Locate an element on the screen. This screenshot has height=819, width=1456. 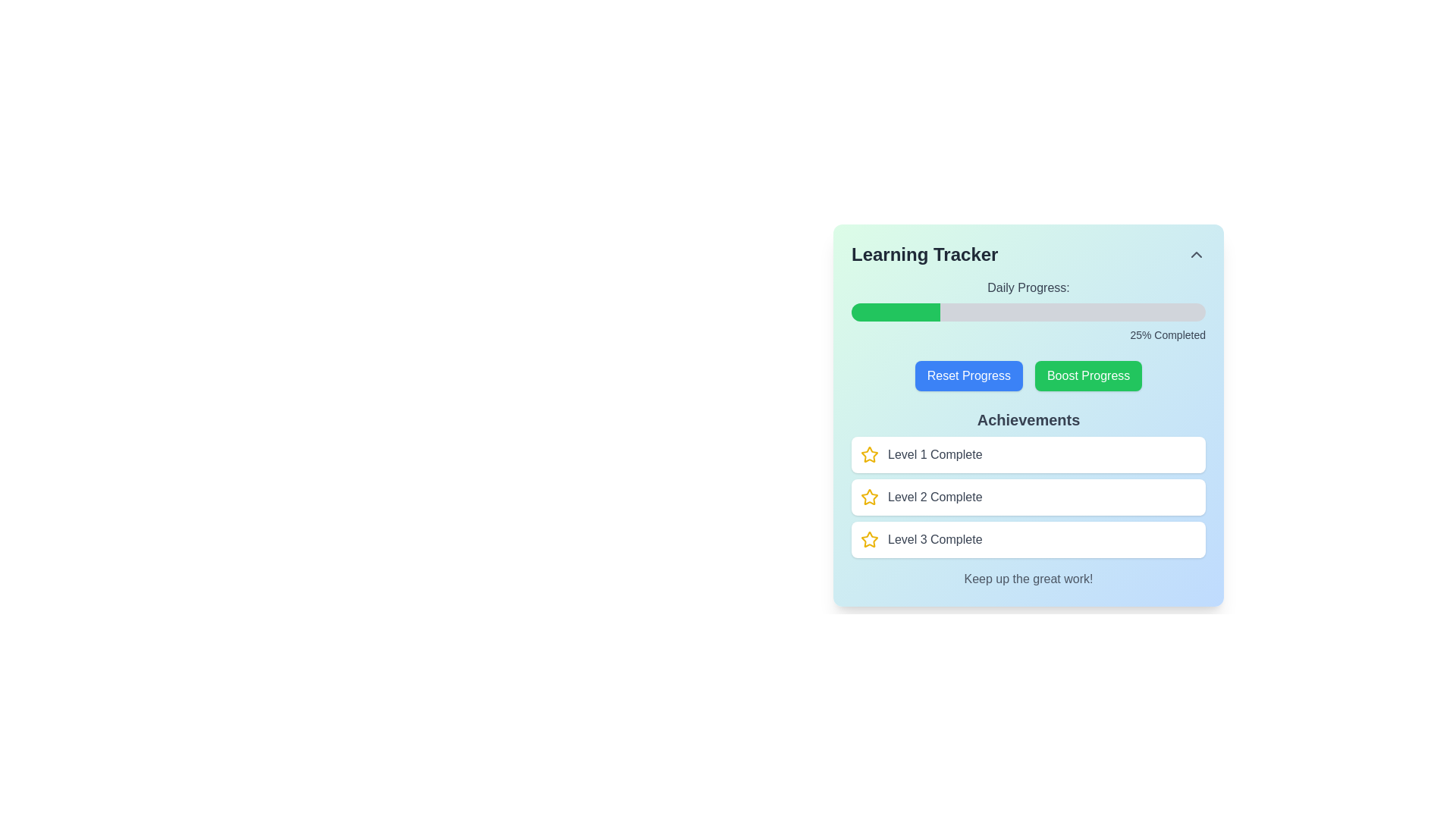
the horizontal progress bar in the 'Daily Progress' section, which is styled with rounded ends and shows 20% progress is located at coordinates (1028, 312).